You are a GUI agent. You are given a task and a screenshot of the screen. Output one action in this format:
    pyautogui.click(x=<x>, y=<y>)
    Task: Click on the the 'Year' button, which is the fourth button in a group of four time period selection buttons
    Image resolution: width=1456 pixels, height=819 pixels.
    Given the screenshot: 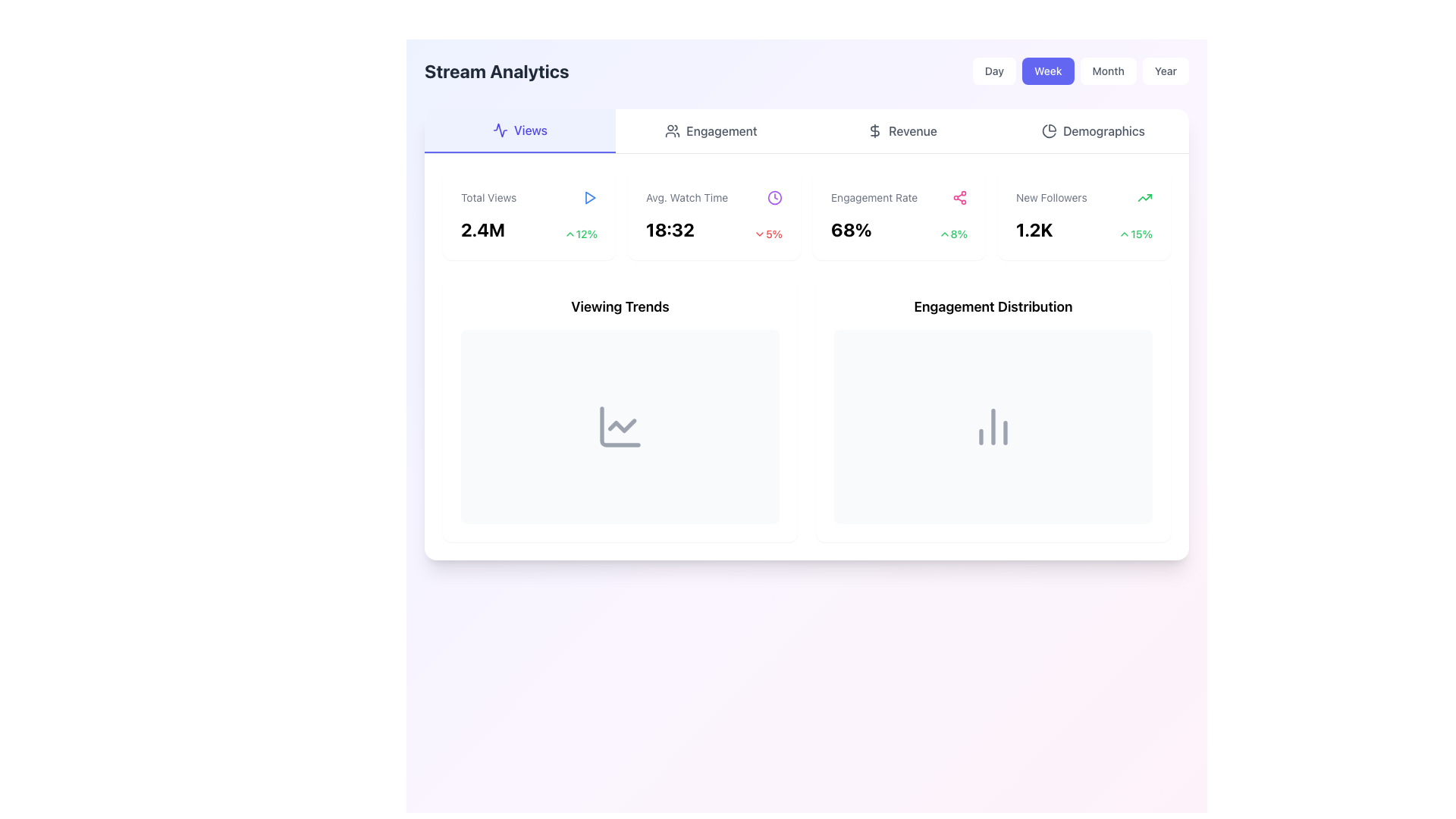 What is the action you would take?
    pyautogui.click(x=1165, y=71)
    